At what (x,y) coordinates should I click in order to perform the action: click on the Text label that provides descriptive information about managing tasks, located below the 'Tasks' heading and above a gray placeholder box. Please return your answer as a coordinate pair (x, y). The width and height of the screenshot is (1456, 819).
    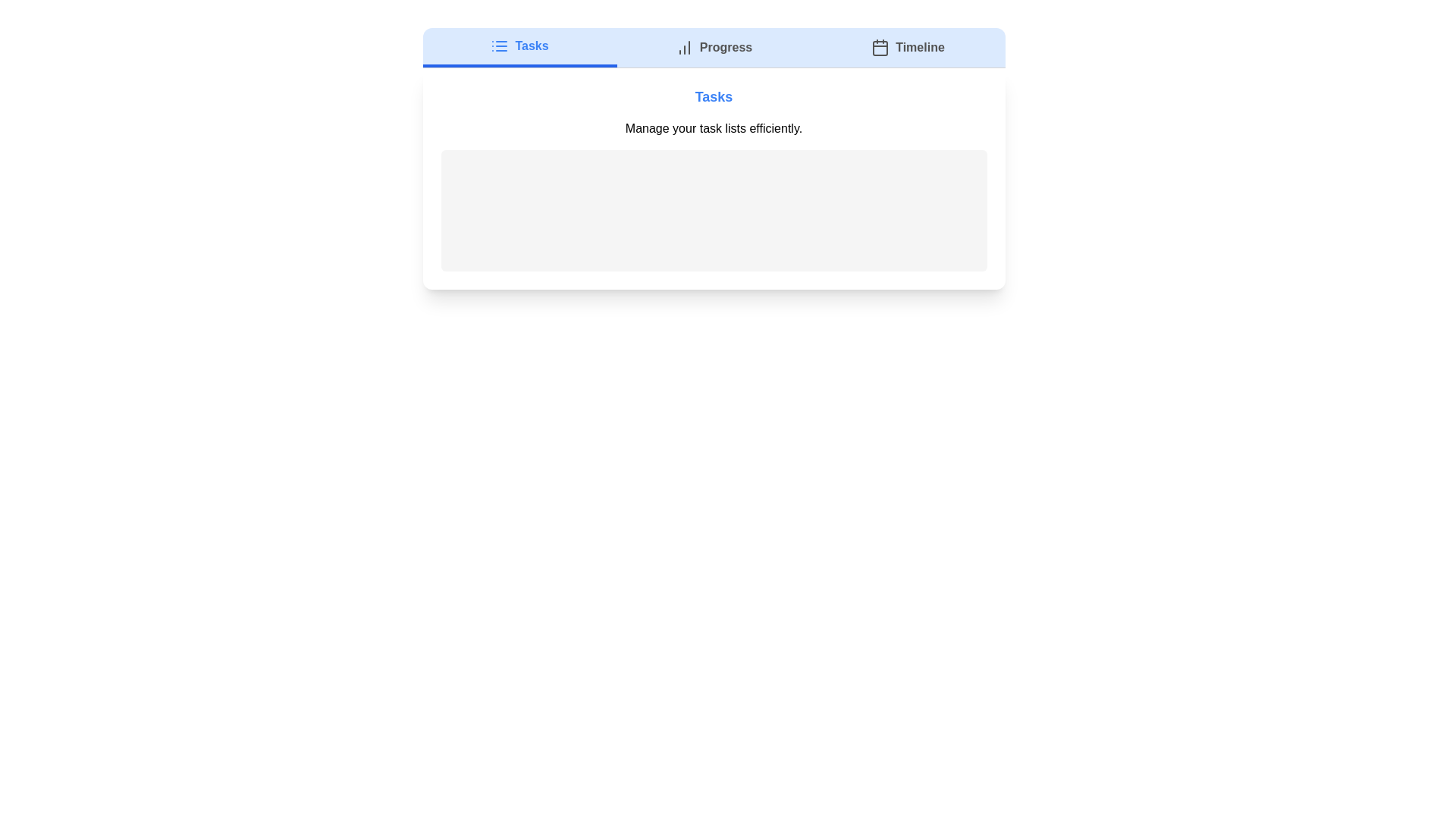
    Looking at the image, I should click on (713, 127).